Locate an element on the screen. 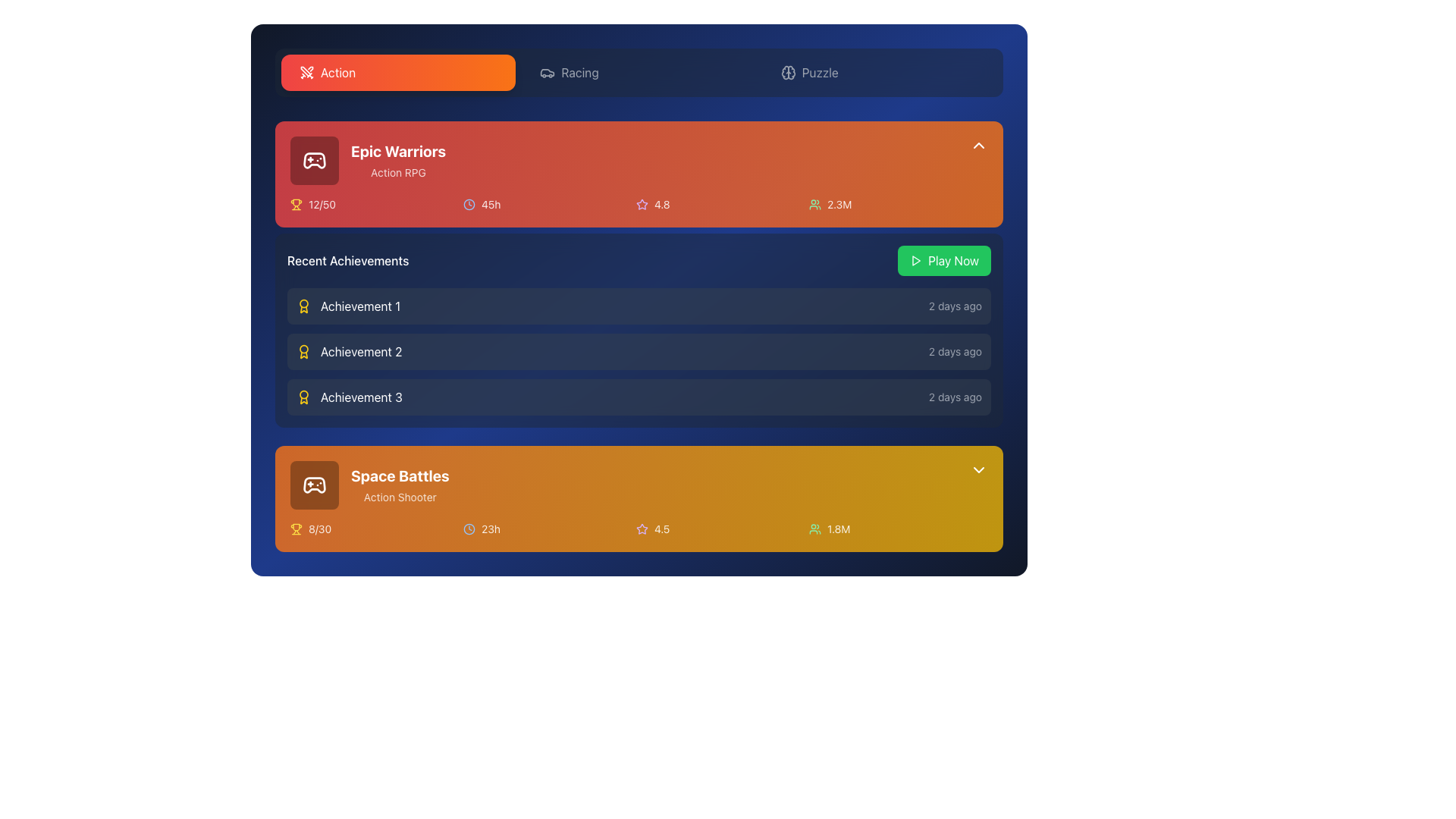 The image size is (1456, 819). the yellow trophy icon located to the left of the text '8/30' within the orange background panel of the 'Space Battles' interface is located at coordinates (296, 529).